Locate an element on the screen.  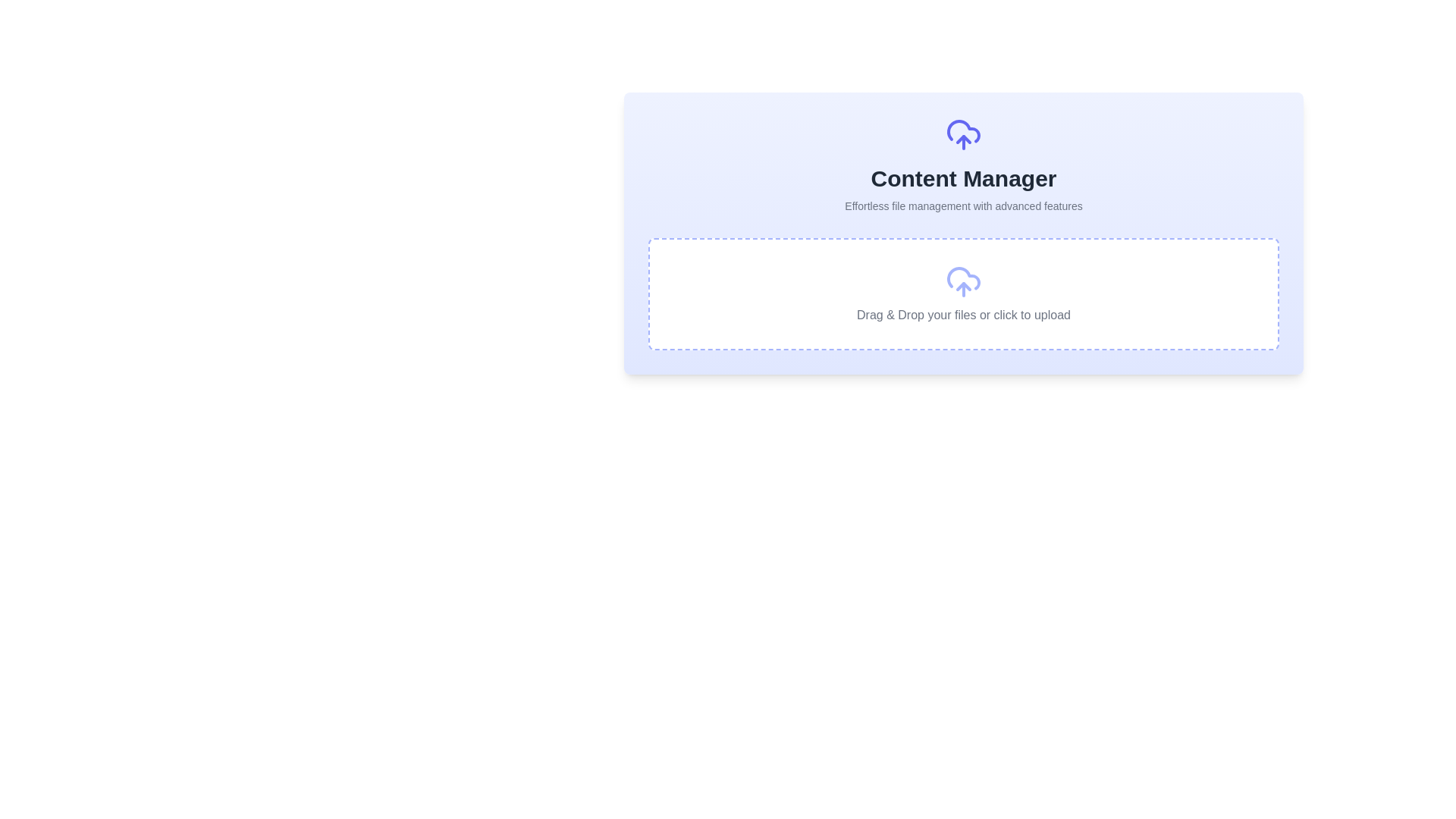
files onto the file upload area, which is centrally located below the 'Content Manager' section and is identified by its dashed border and white background is located at coordinates (963, 294).